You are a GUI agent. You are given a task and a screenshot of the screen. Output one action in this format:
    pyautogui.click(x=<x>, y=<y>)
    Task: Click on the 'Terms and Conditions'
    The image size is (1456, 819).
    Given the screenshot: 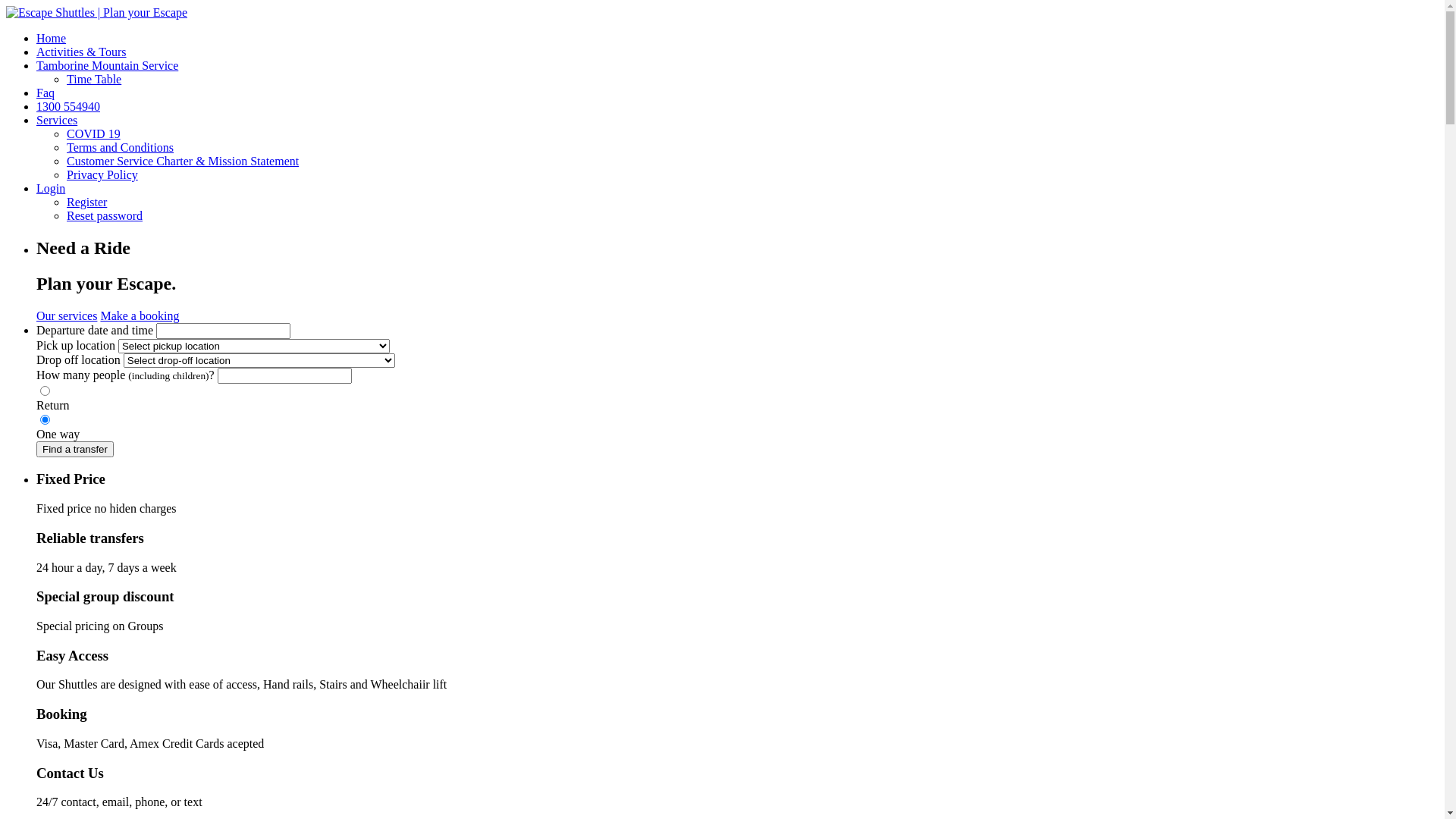 What is the action you would take?
    pyautogui.click(x=119, y=147)
    